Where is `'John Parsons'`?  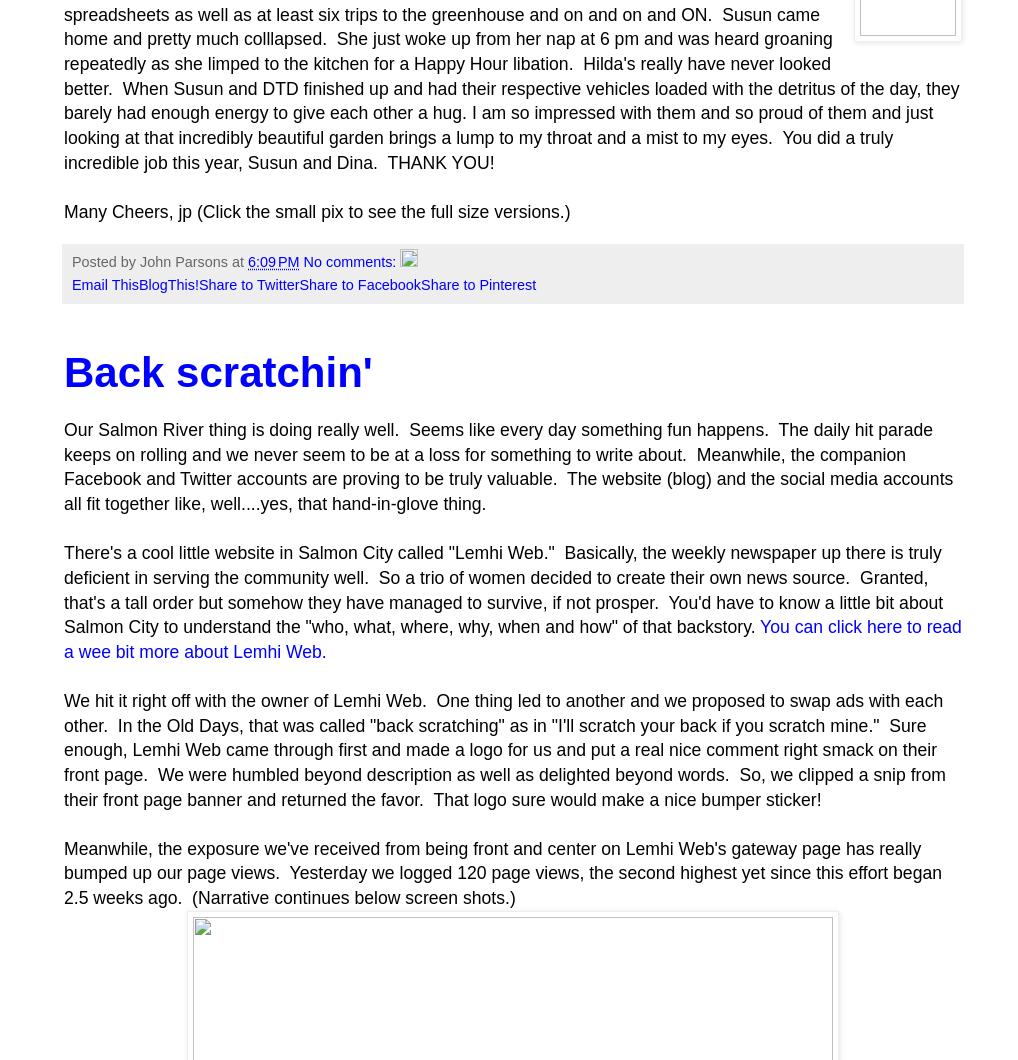 'John Parsons' is located at coordinates (183, 261).